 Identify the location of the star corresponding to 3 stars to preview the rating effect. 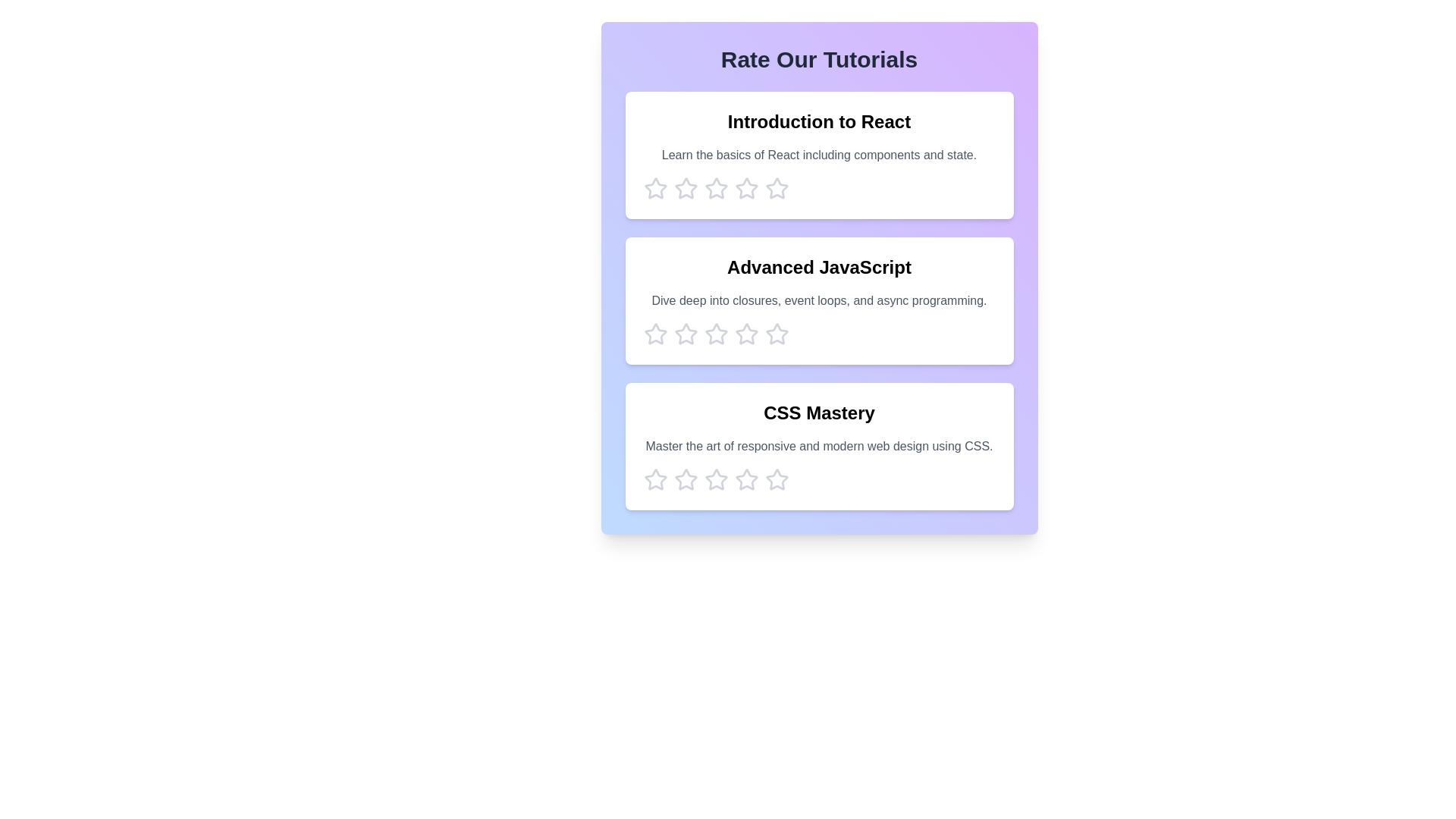
(715, 188).